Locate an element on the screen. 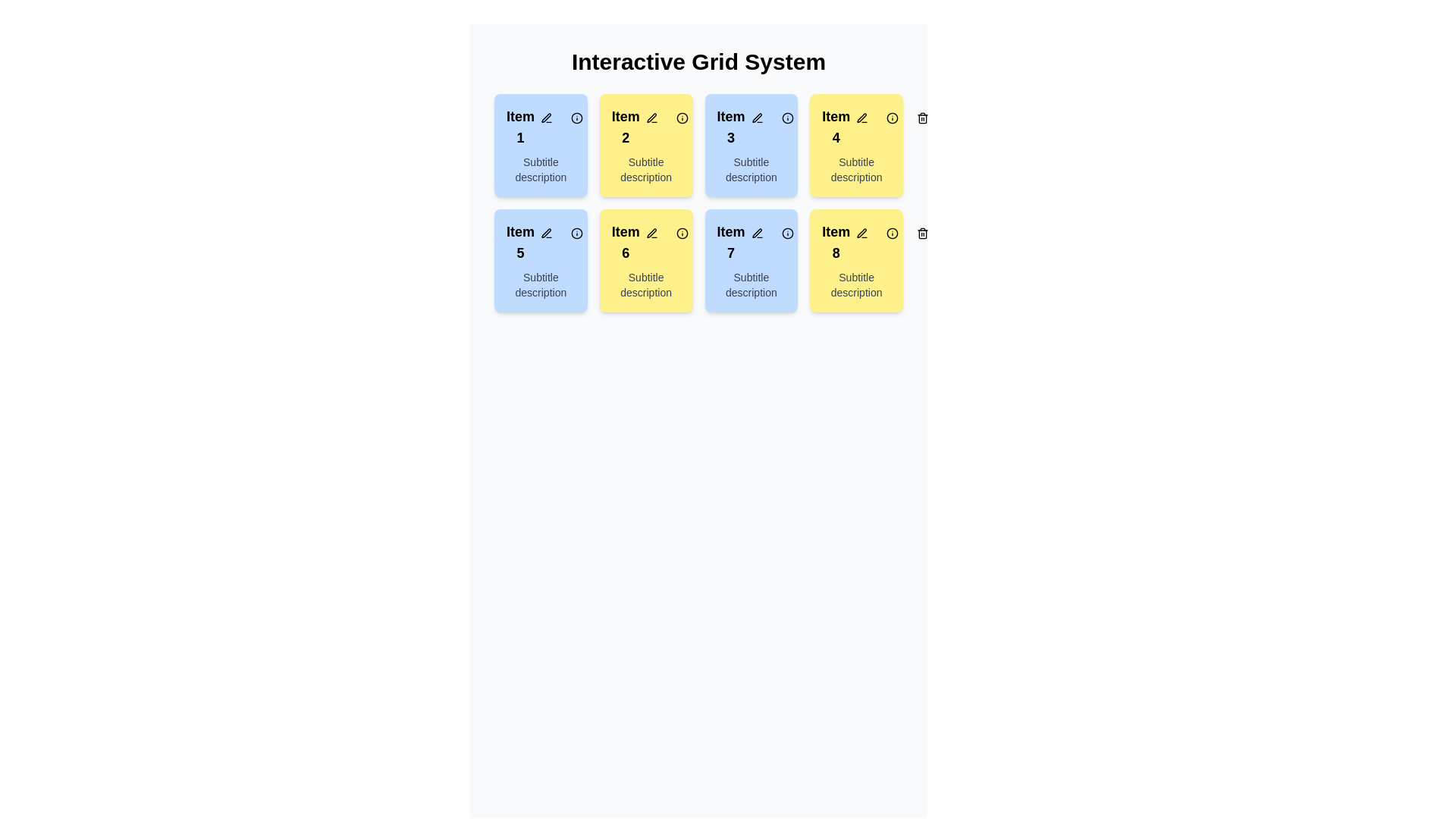 The height and width of the screenshot is (819, 1456). the text label located beneath the title text in the card labeled 'Item 5', which is positioned in the second row, first column of the grid layout is located at coordinates (541, 284).